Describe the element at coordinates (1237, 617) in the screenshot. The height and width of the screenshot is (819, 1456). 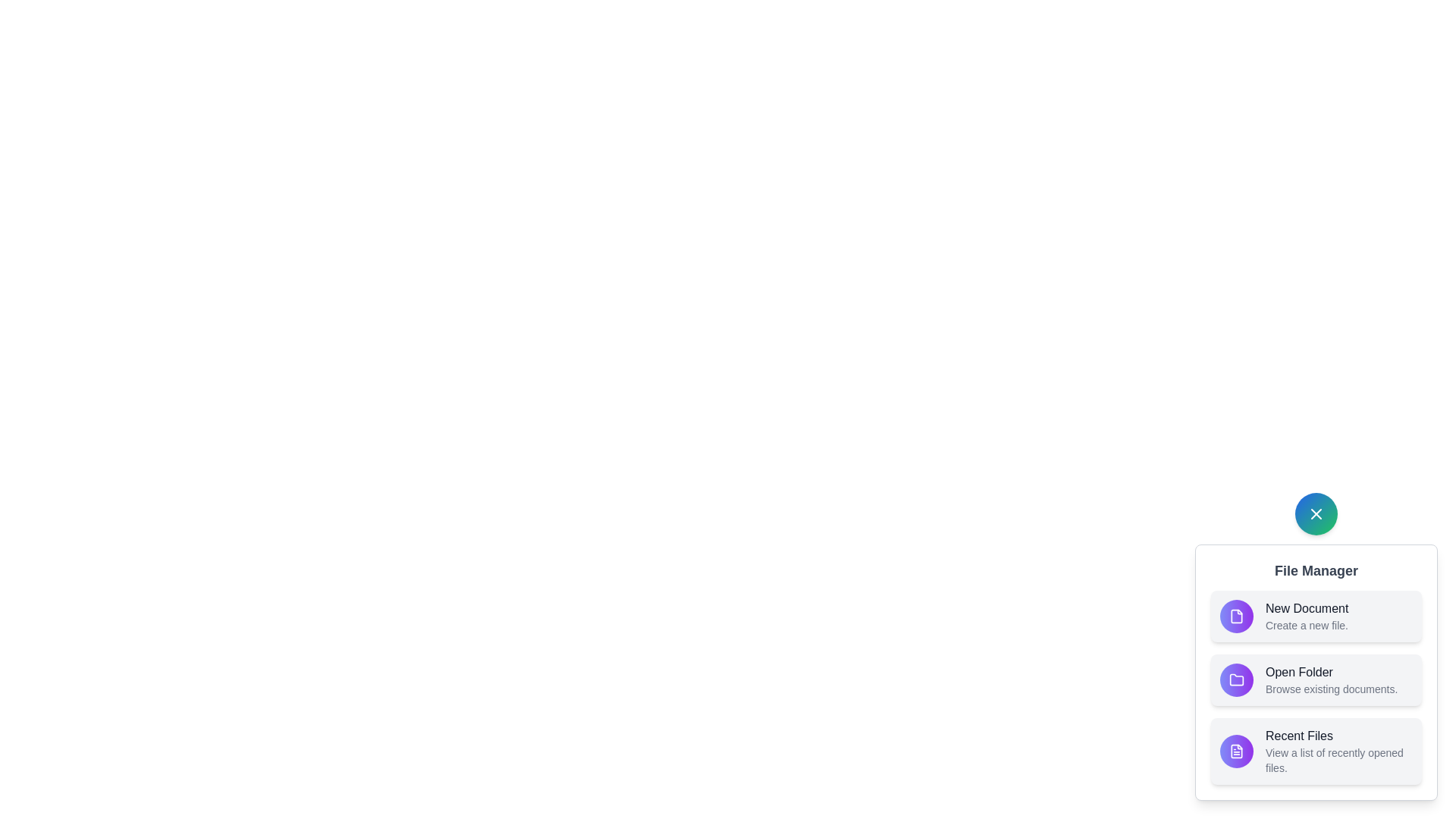
I see `the 'New Document' option to initiate the creation of a new file` at that location.